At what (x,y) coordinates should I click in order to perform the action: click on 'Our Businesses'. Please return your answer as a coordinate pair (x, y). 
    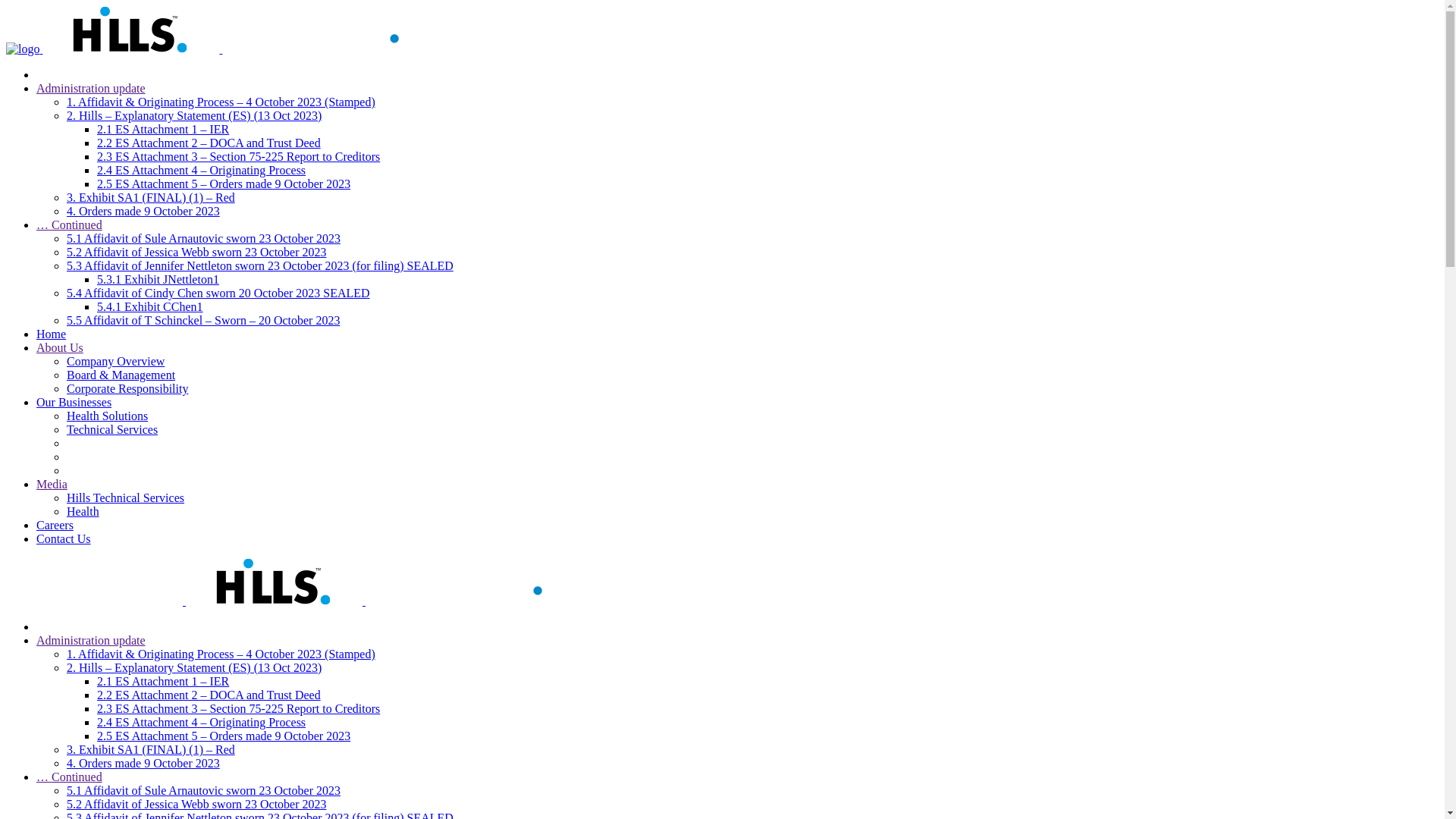
    Looking at the image, I should click on (73, 401).